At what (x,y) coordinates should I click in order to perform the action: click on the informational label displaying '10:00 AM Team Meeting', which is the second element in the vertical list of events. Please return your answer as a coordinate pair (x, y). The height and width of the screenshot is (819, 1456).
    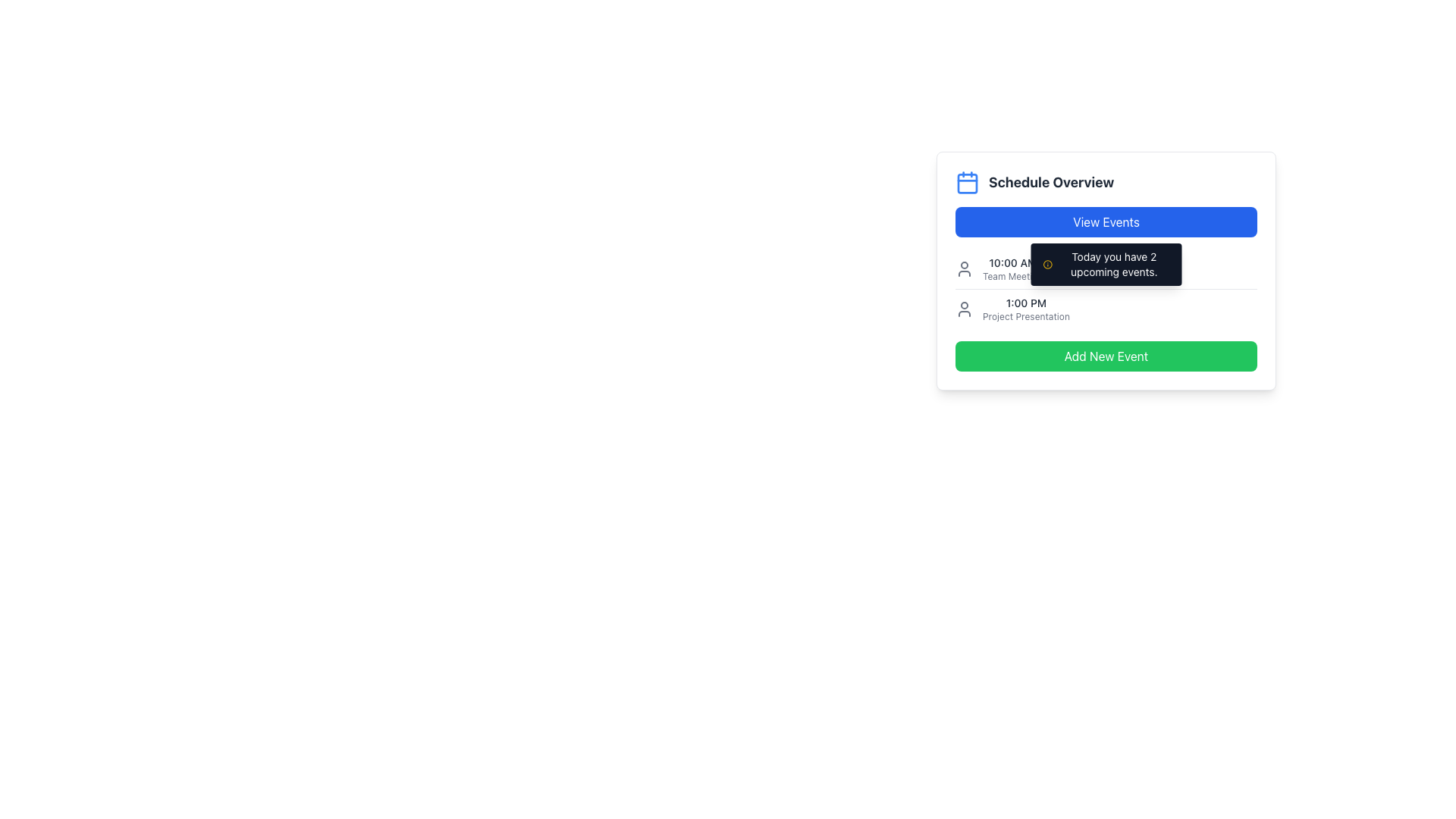
    Looking at the image, I should click on (1012, 268).